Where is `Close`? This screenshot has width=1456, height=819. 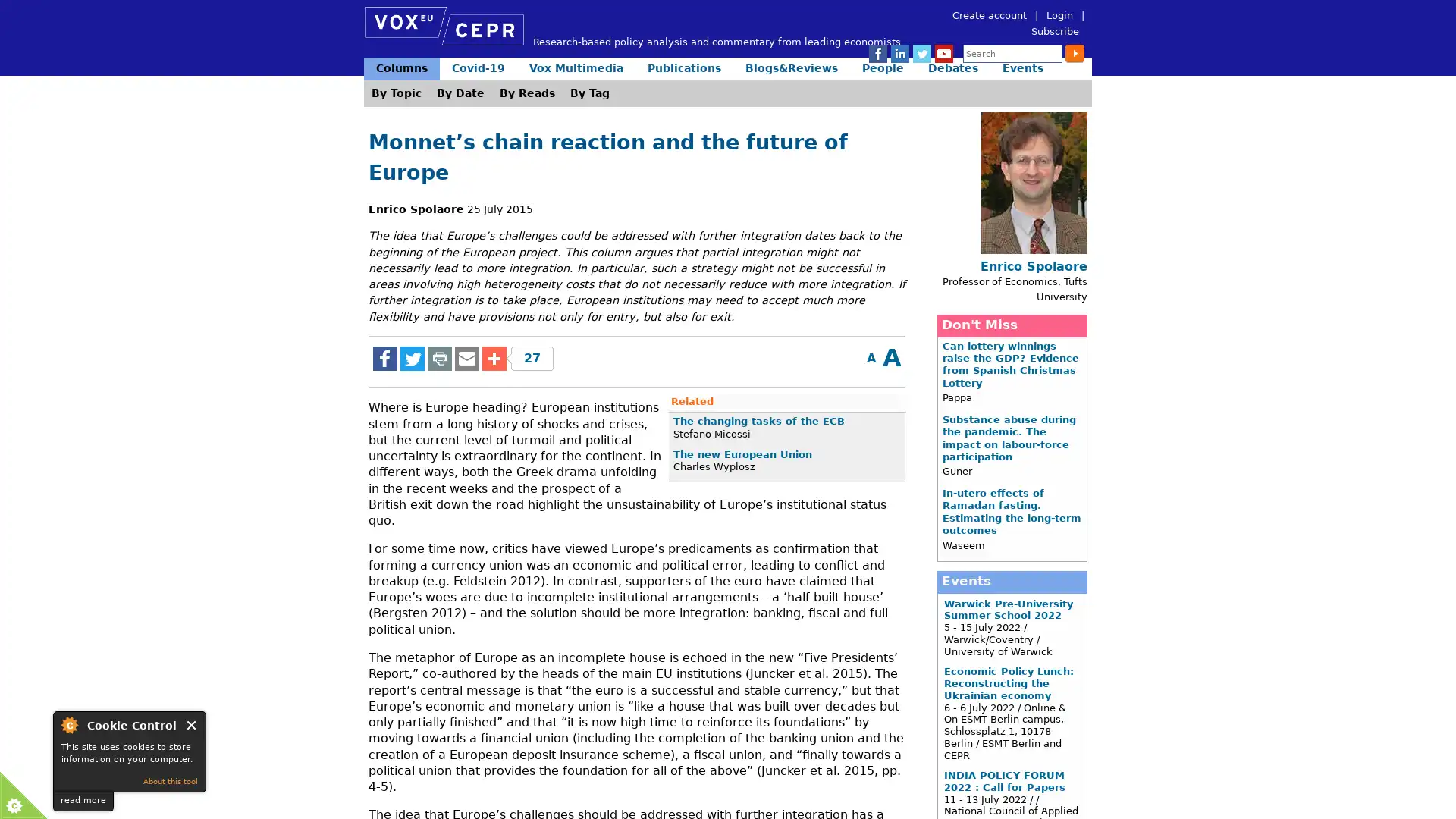
Close is located at coordinates (191, 724).